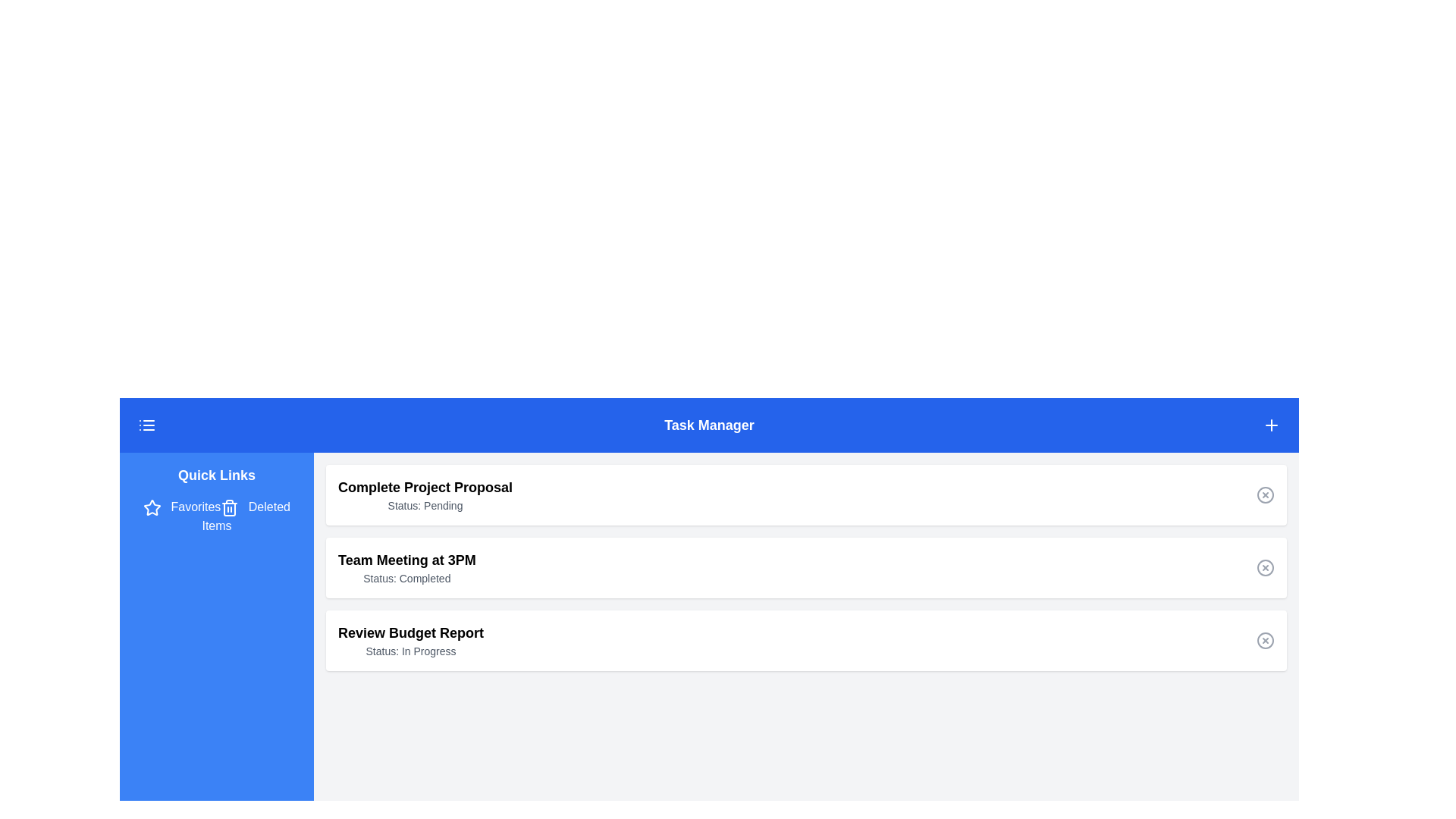 This screenshot has height=819, width=1456. Describe the element at coordinates (805, 640) in the screenshot. I see `the third task item in the Task Manager list` at that location.